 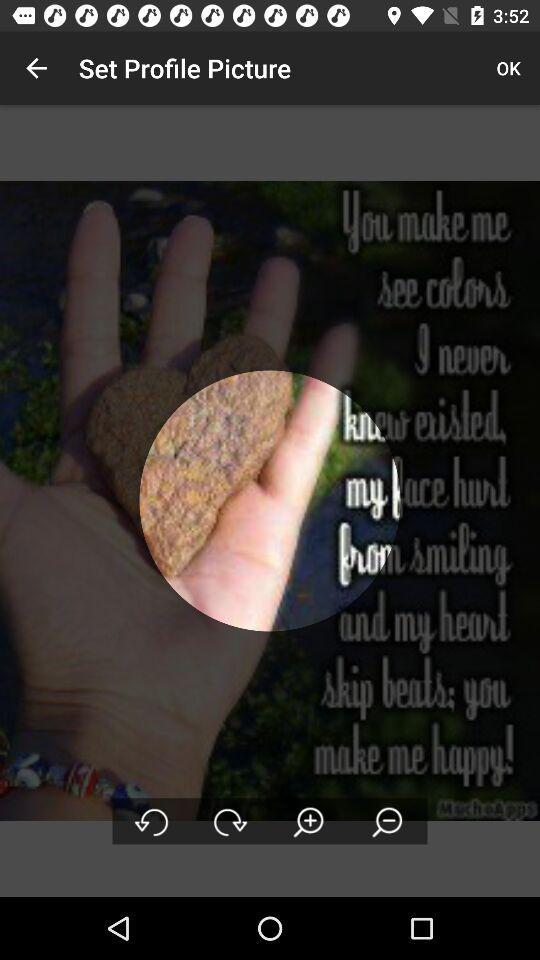 What do you see at coordinates (508, 68) in the screenshot?
I see `the ok icon` at bounding box center [508, 68].